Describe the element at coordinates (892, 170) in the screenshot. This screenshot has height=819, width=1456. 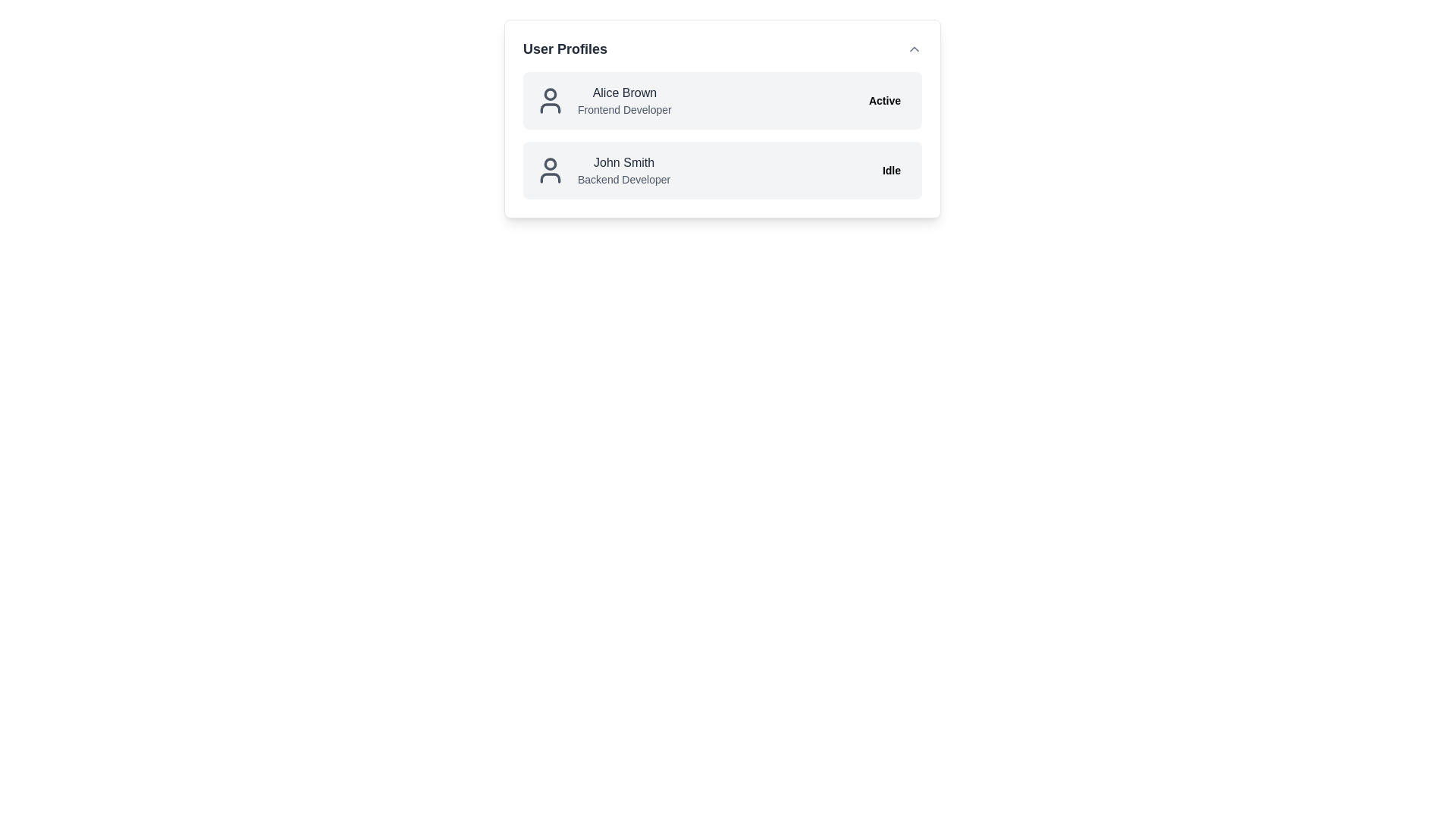
I see `status text displayed on the Badge or Status Indicator for user 'John Smith', which currently shows 'Idle'` at that location.